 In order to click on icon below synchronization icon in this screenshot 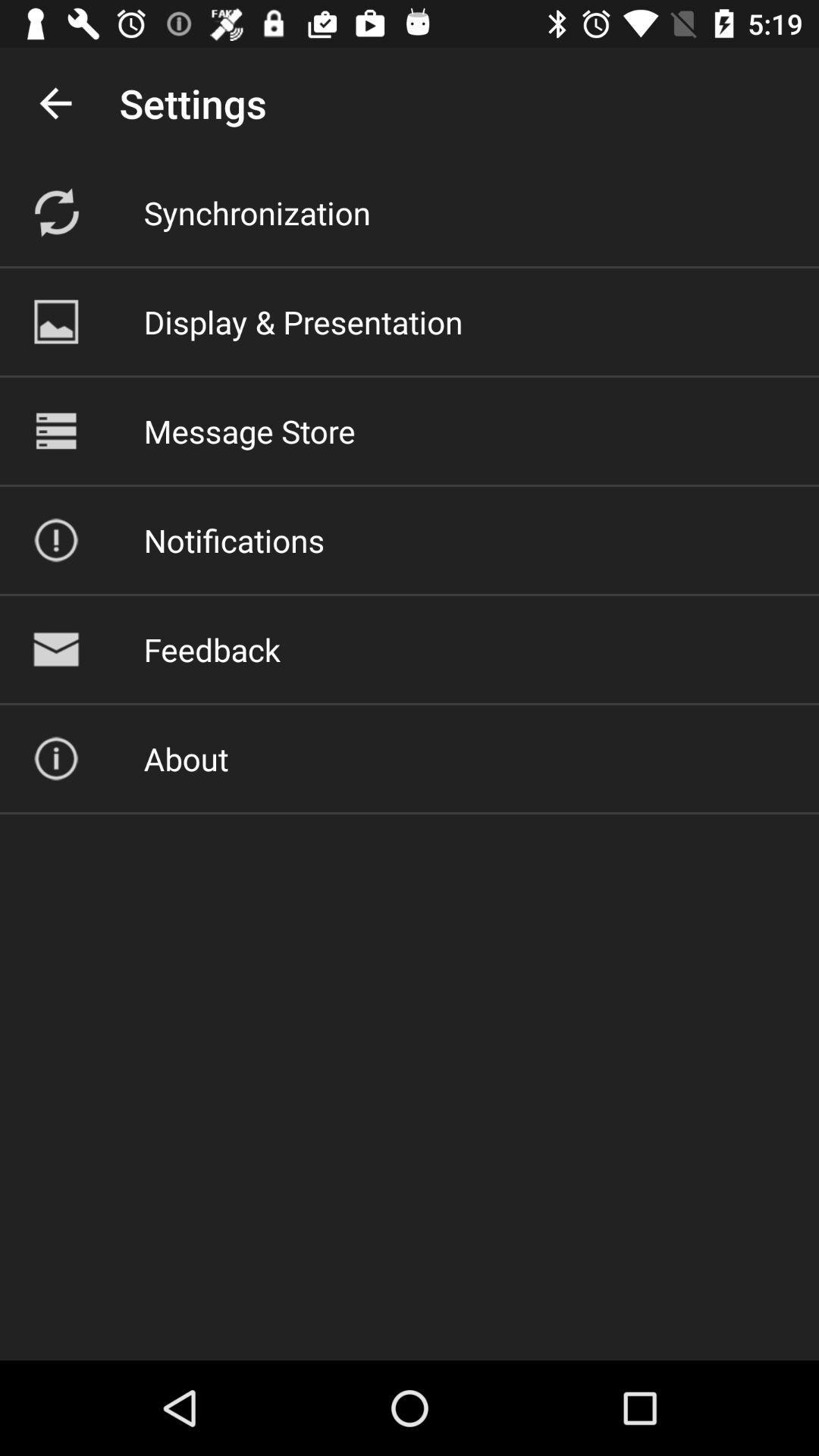, I will do `click(303, 321)`.